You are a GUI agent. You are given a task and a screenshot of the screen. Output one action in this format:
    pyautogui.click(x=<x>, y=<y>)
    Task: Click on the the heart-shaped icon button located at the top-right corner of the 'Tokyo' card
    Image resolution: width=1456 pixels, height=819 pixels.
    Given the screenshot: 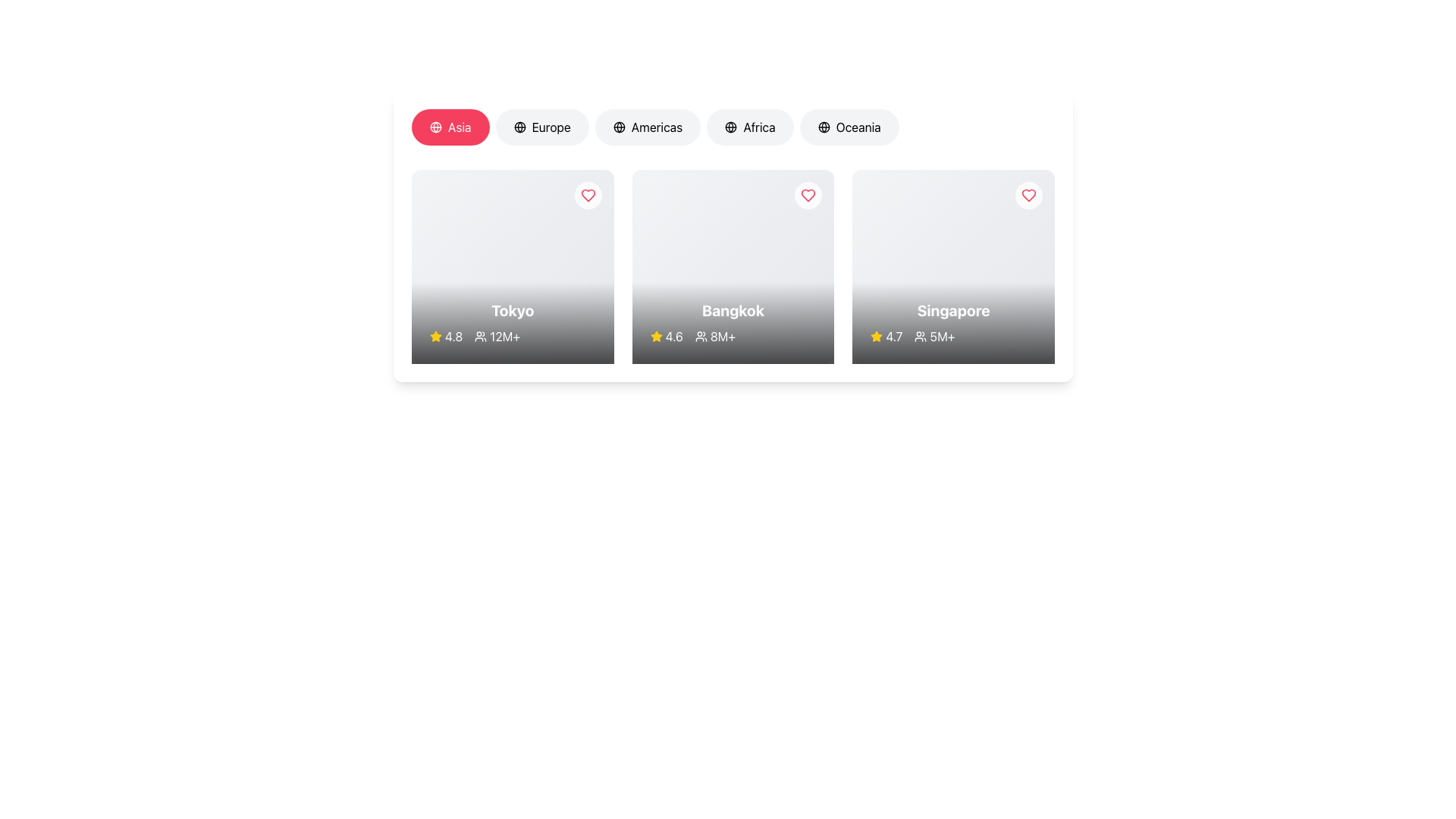 What is the action you would take?
    pyautogui.click(x=587, y=195)
    